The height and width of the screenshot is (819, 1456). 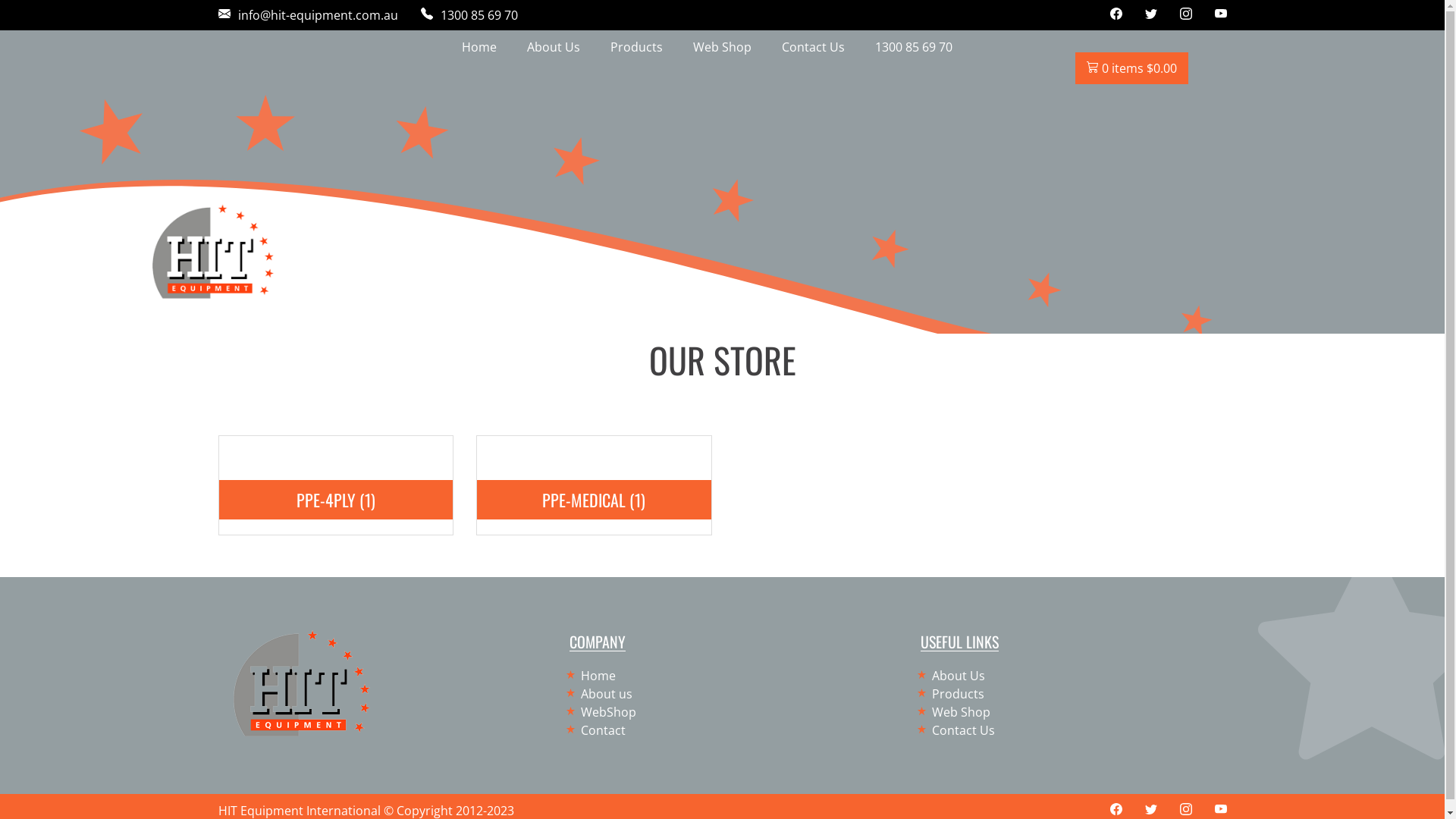 I want to click on '0 items $0.00', so click(x=1131, y=67).